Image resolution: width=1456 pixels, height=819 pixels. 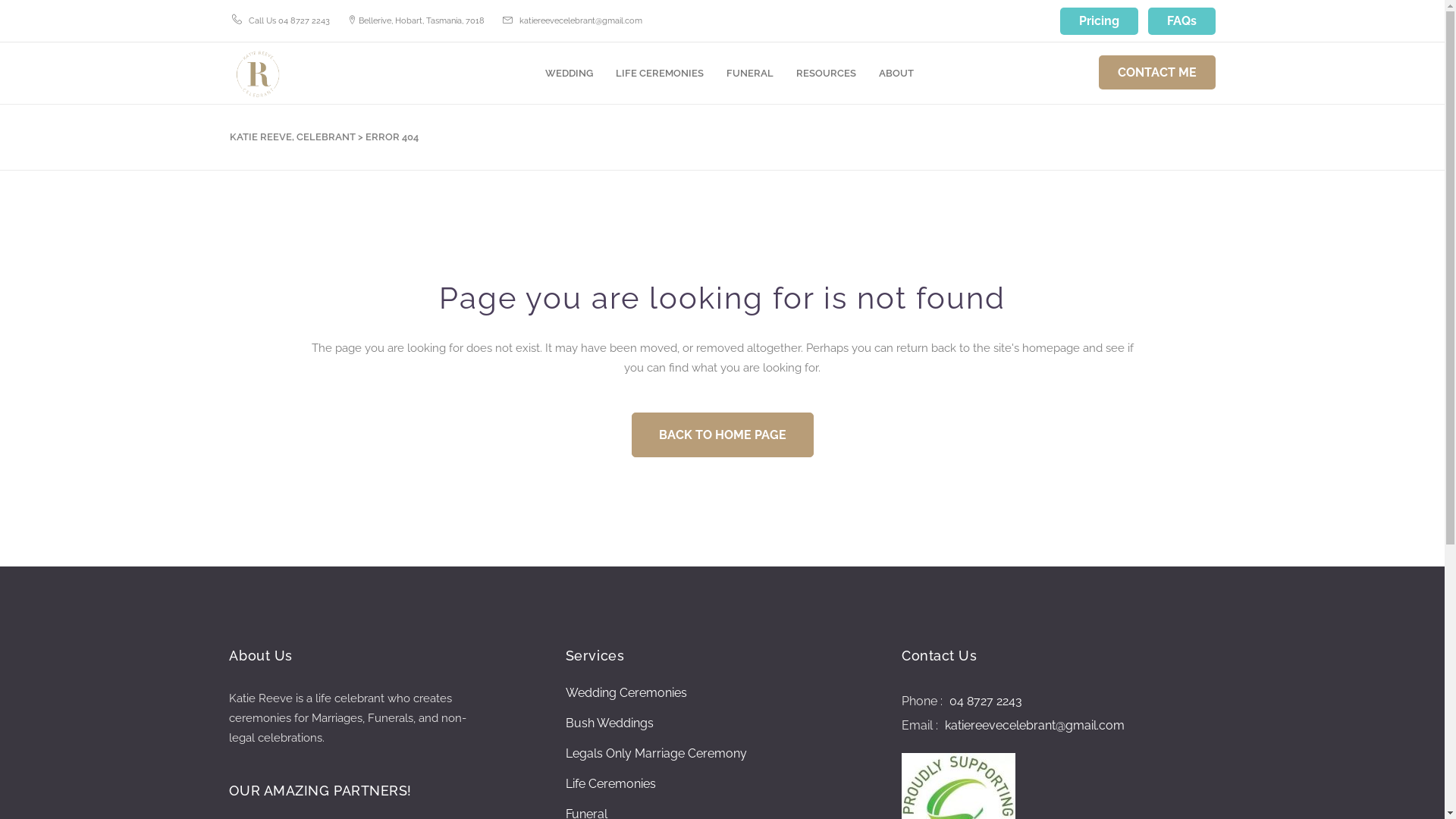 I want to click on 'Legals Only Marriage Ceremony', so click(x=656, y=754).